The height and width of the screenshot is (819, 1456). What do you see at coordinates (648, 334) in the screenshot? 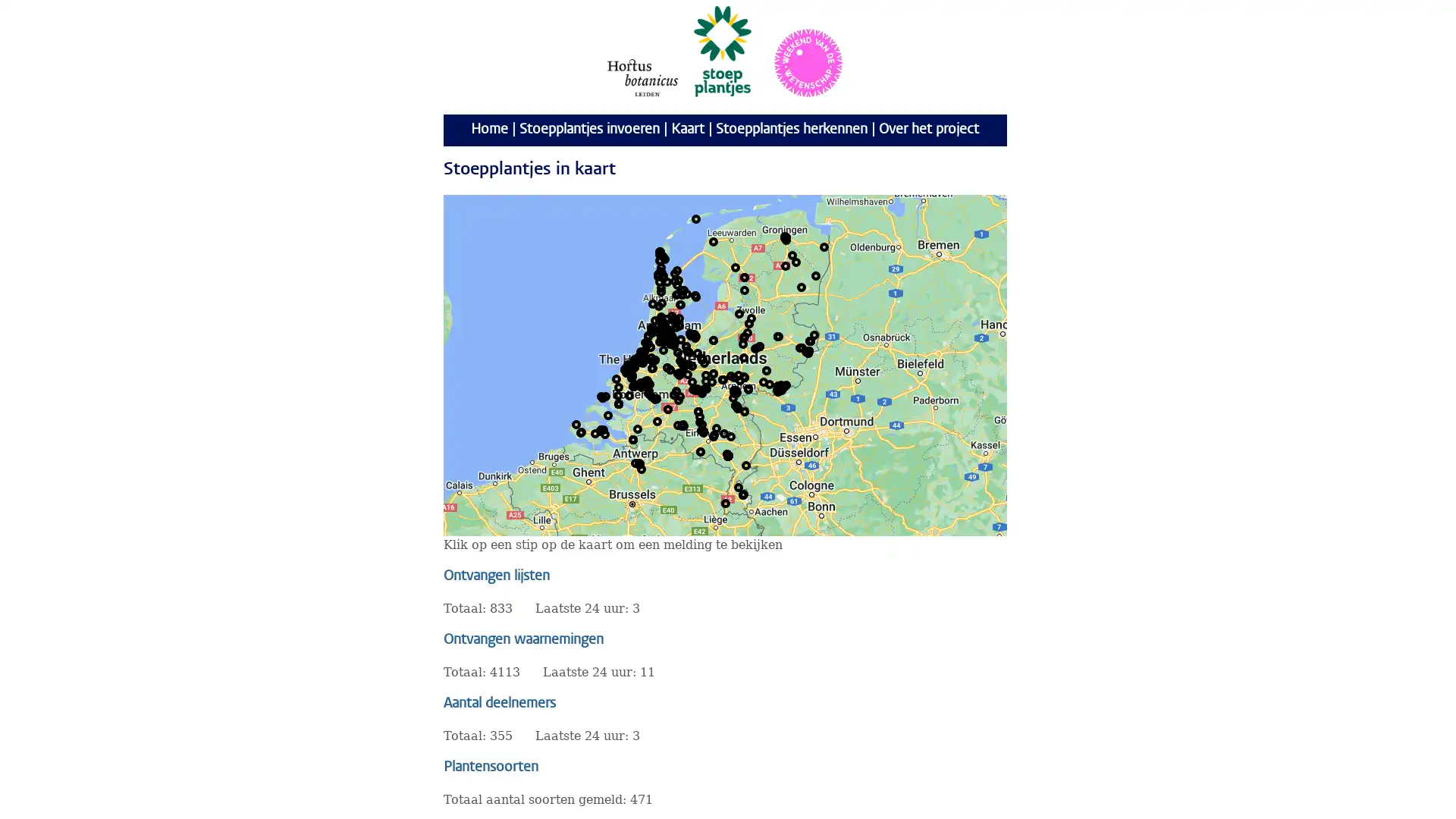
I see `Telling van Reinier Hopmans op 16 mei 2022` at bounding box center [648, 334].